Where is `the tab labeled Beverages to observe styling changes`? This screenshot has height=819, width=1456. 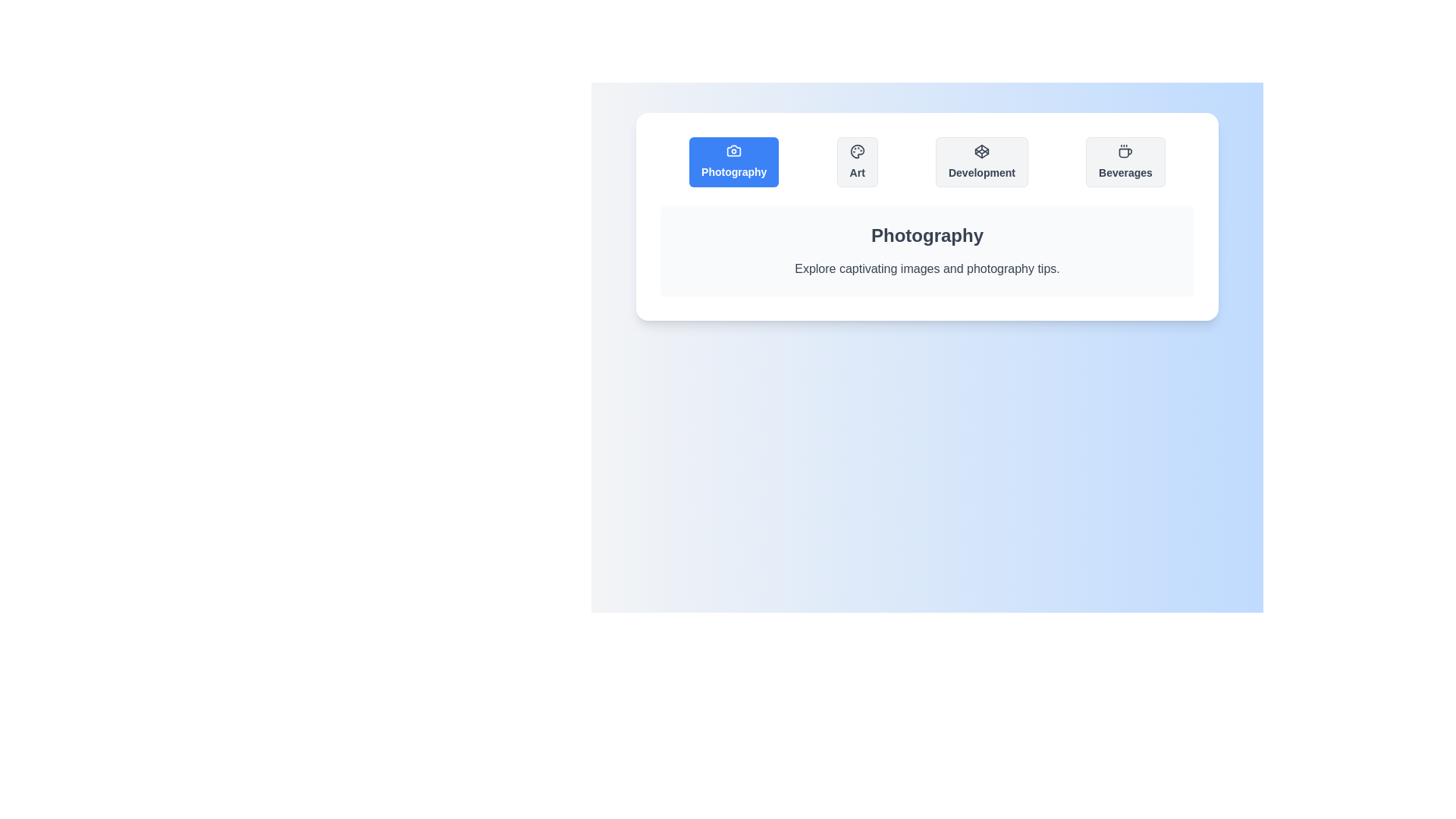
the tab labeled Beverages to observe styling changes is located at coordinates (1125, 162).